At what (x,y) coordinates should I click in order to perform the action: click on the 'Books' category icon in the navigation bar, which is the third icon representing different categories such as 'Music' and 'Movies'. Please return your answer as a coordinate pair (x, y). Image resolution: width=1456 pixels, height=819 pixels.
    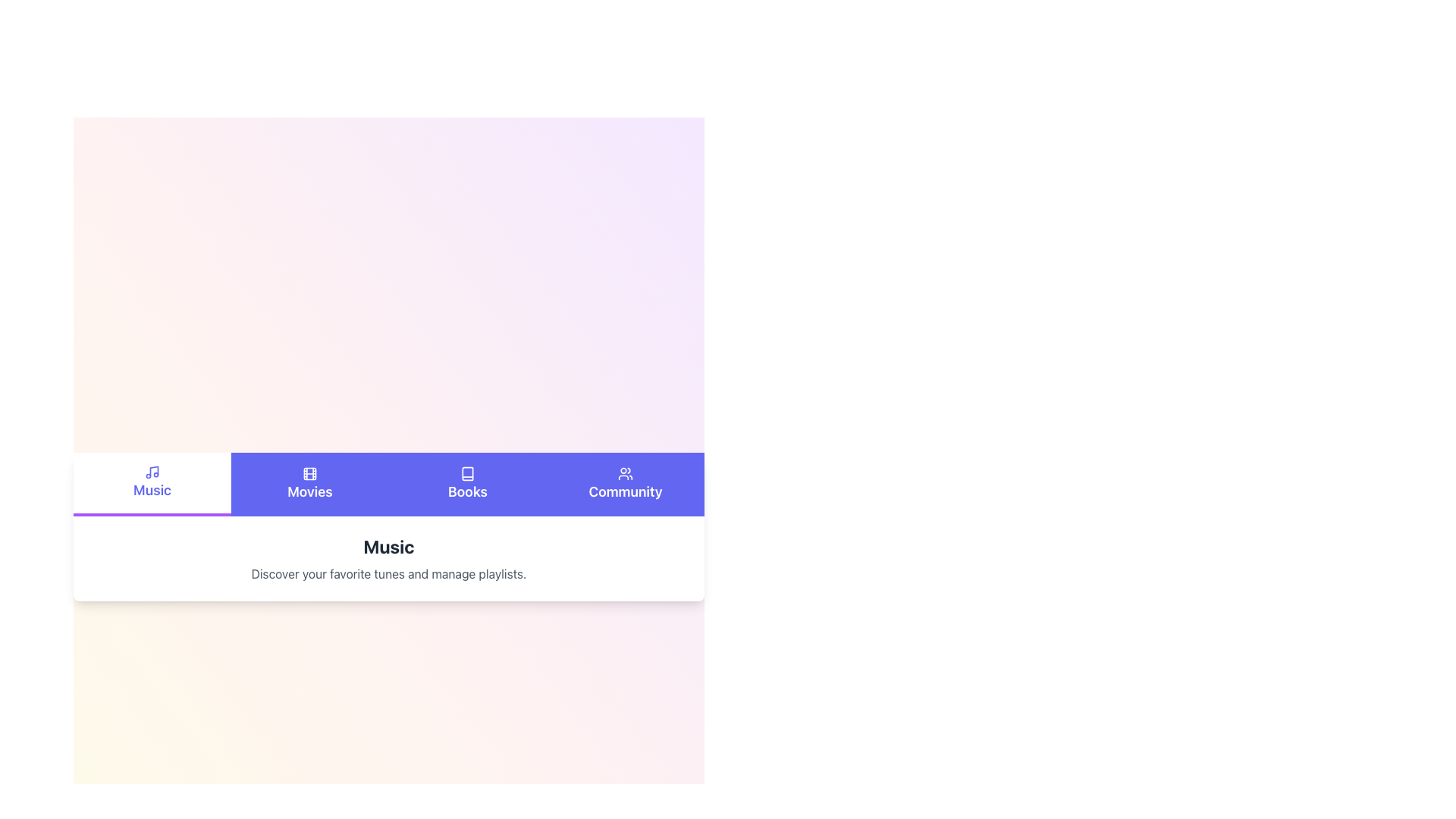
    Looking at the image, I should click on (467, 472).